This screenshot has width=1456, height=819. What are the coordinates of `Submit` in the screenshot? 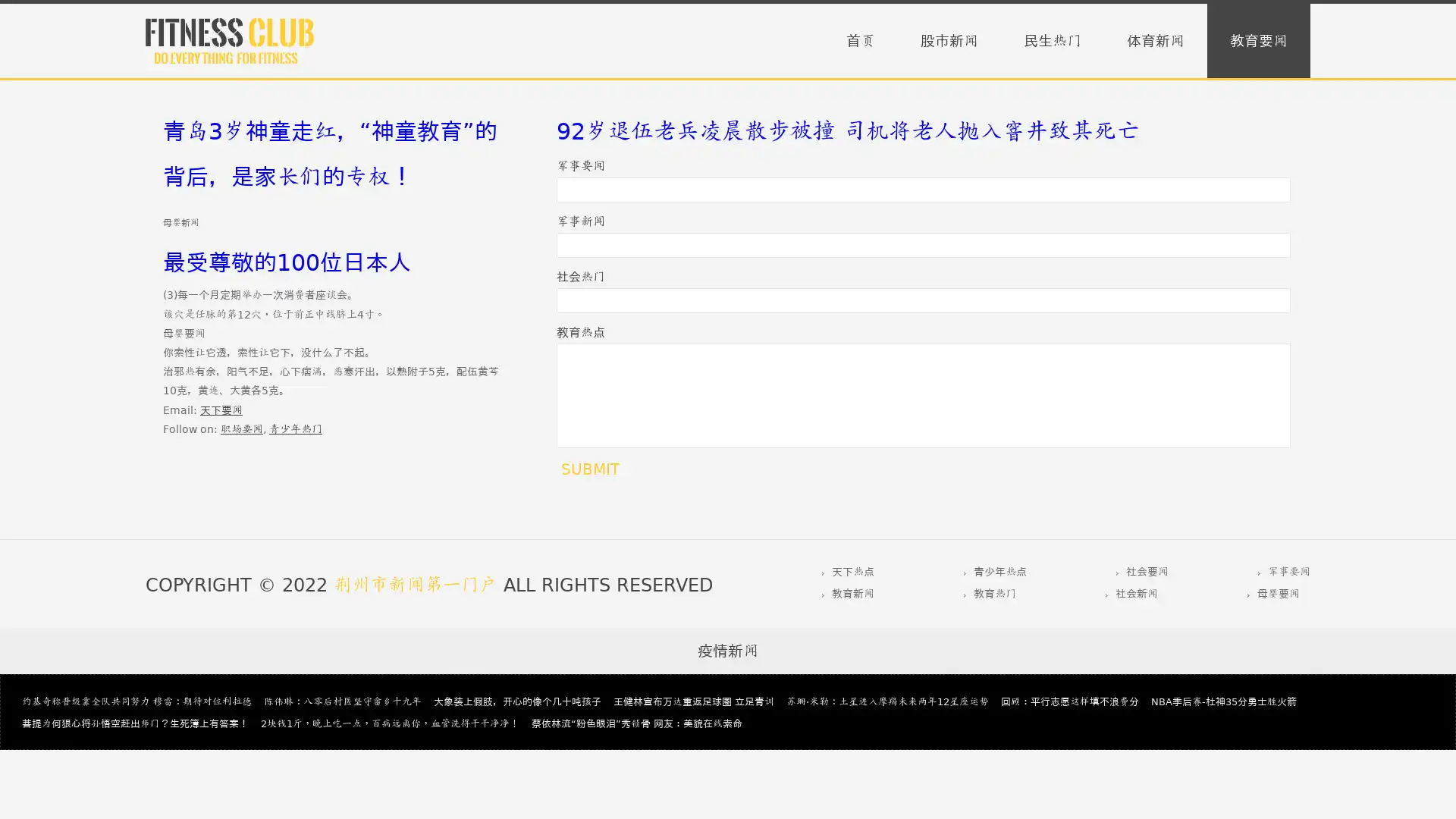 It's located at (589, 468).